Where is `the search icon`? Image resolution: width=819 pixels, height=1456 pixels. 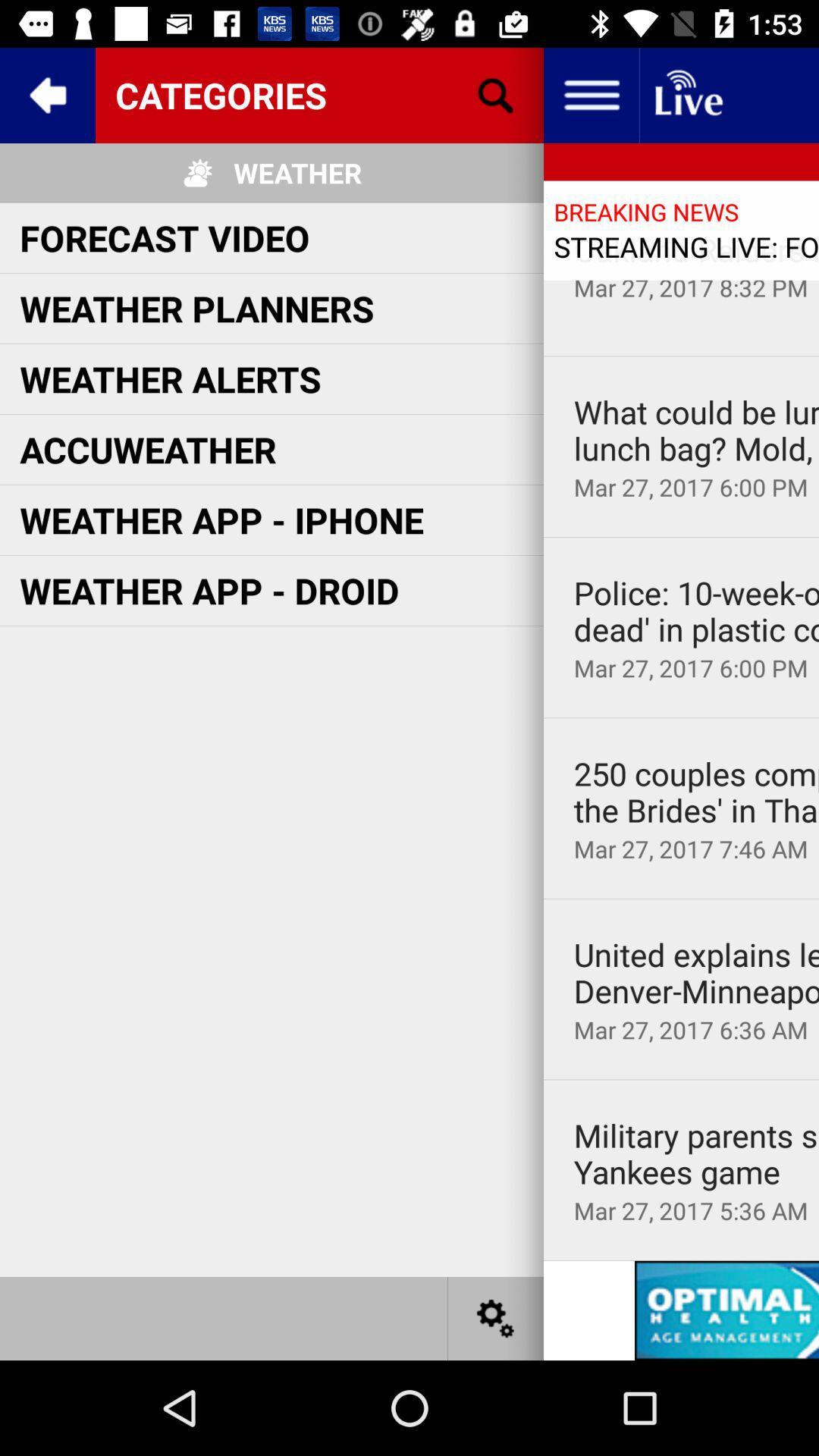
the search icon is located at coordinates (496, 94).